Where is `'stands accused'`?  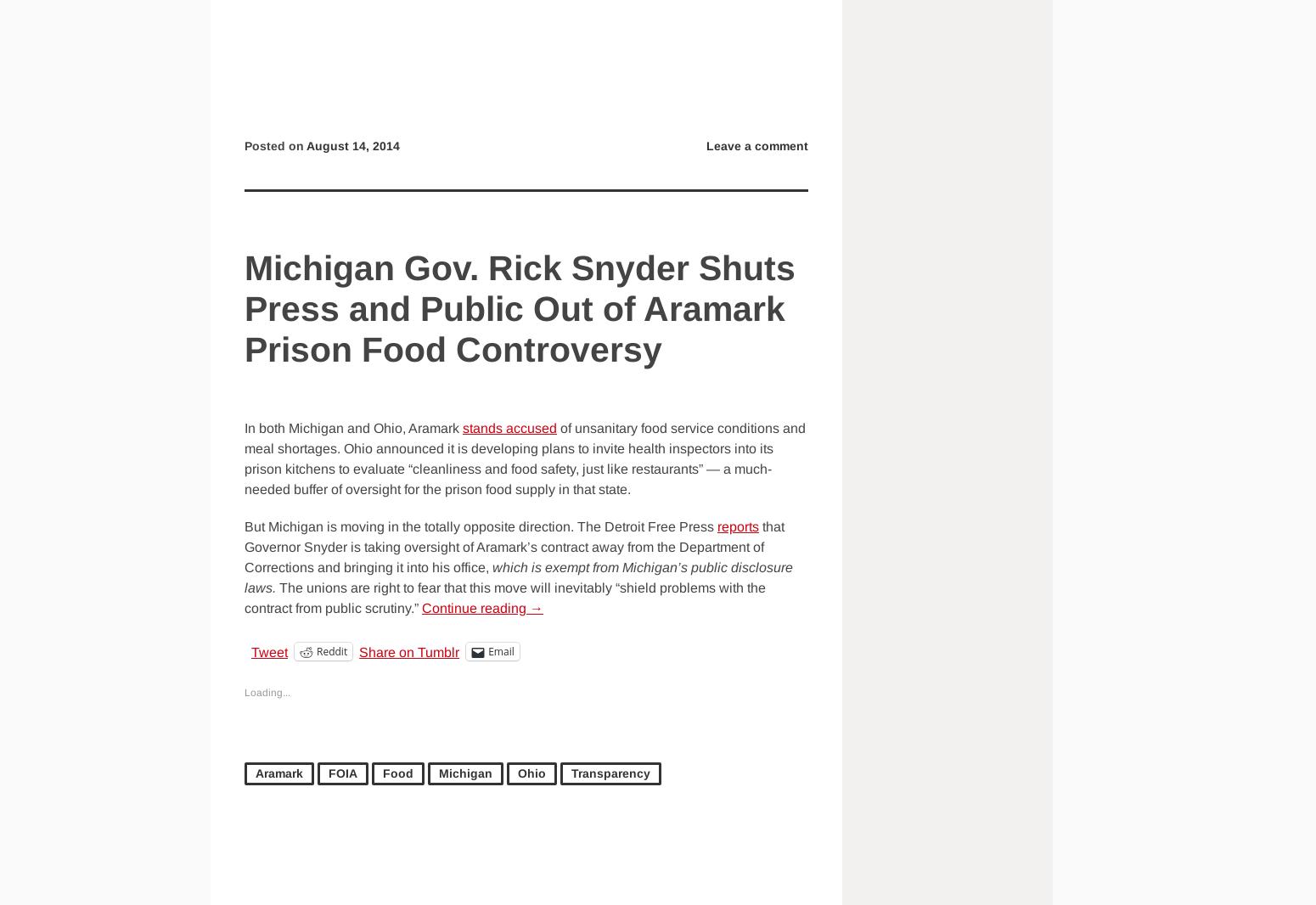
'stands accused' is located at coordinates (509, 428).